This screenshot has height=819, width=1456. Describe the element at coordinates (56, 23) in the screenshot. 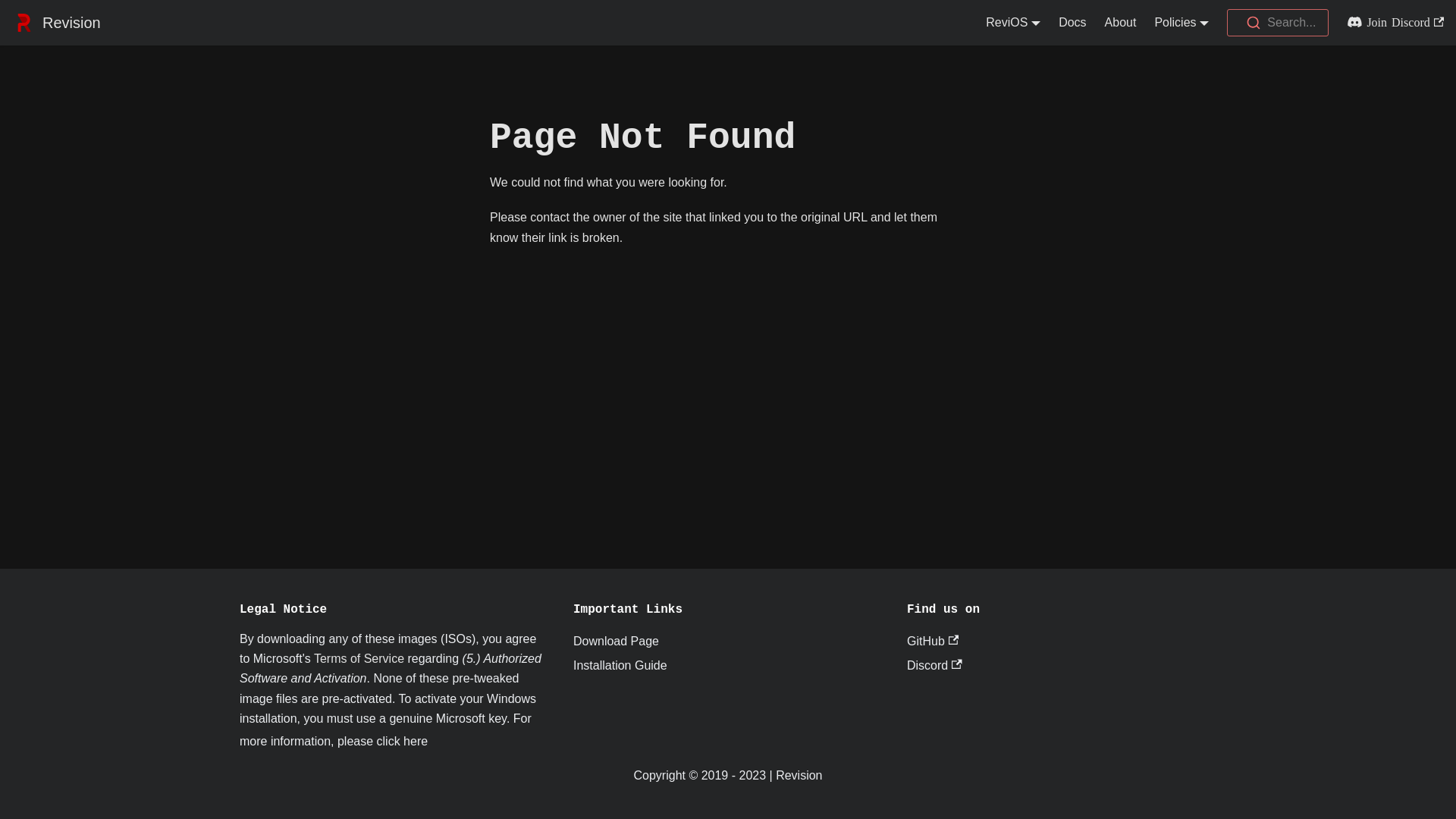

I see `'Revision'` at that location.